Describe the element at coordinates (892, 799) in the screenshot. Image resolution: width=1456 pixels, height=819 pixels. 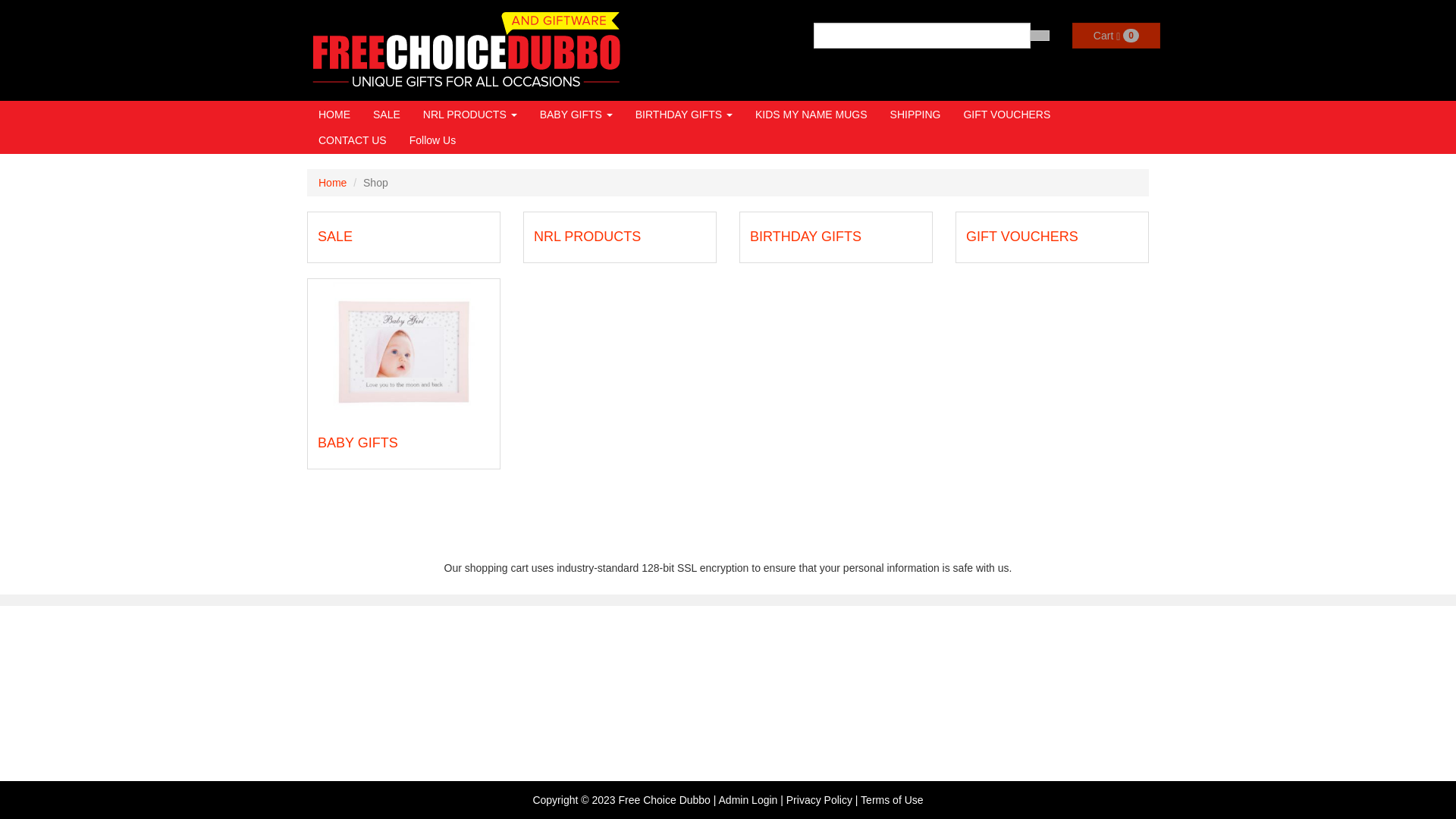
I see `'Terms of Use'` at that location.